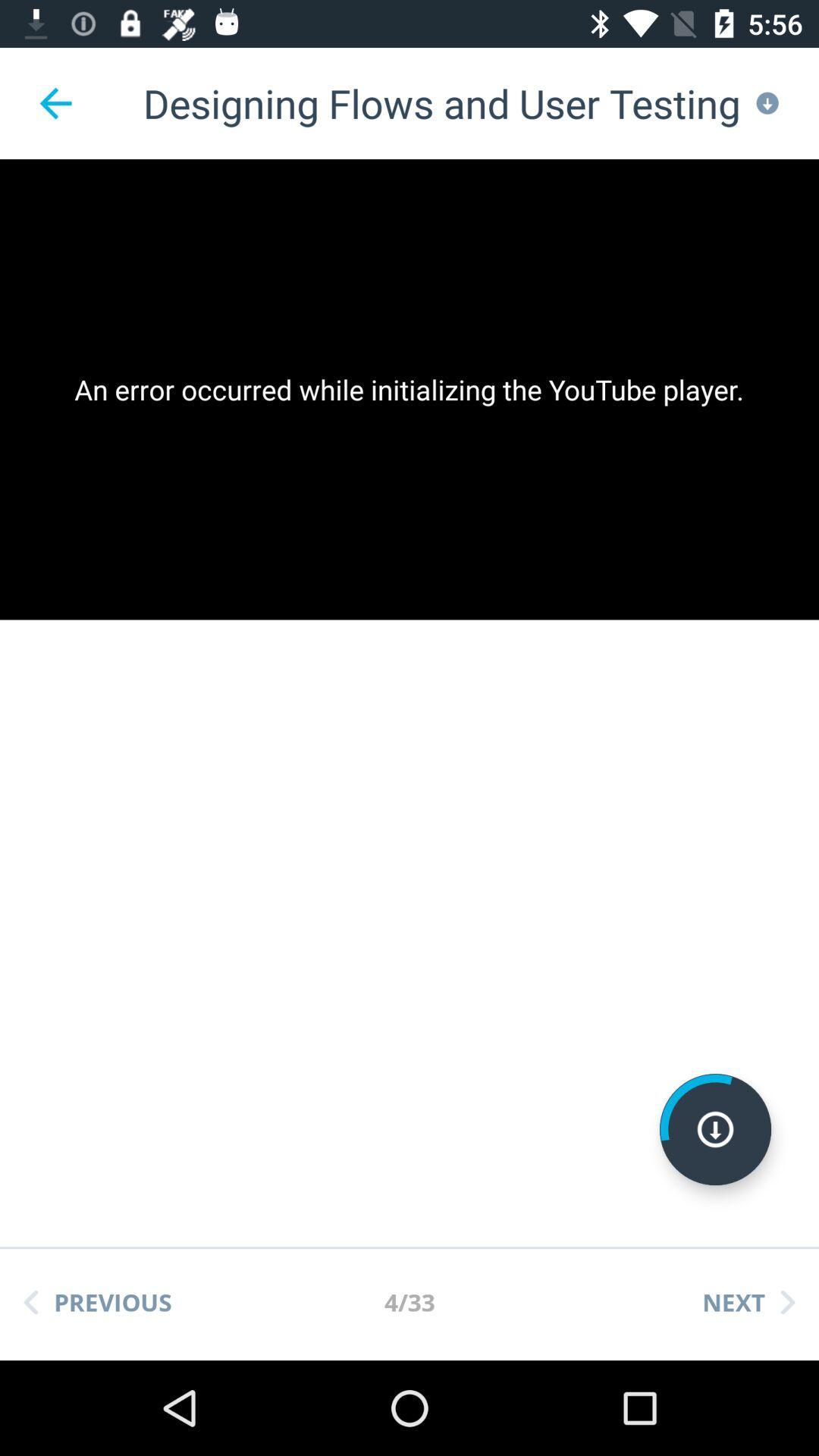 This screenshot has width=819, height=1456. What do you see at coordinates (97, 1301) in the screenshot?
I see `item next to the 4/33 icon` at bounding box center [97, 1301].